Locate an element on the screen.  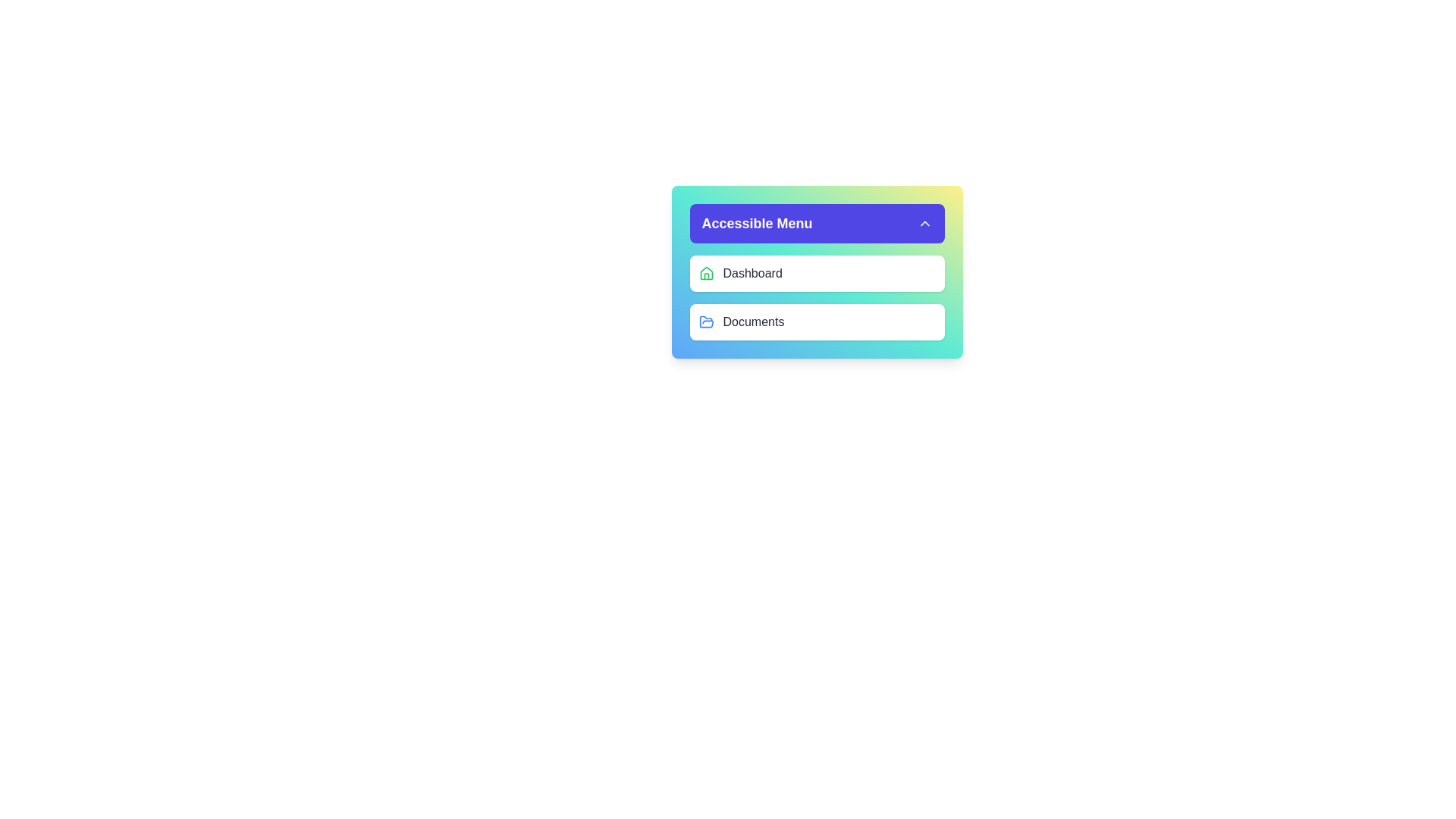
the 'Documents' menu icon, which visually represents the 'Documents' menu item located below the 'Dashboard' menu item is located at coordinates (705, 321).